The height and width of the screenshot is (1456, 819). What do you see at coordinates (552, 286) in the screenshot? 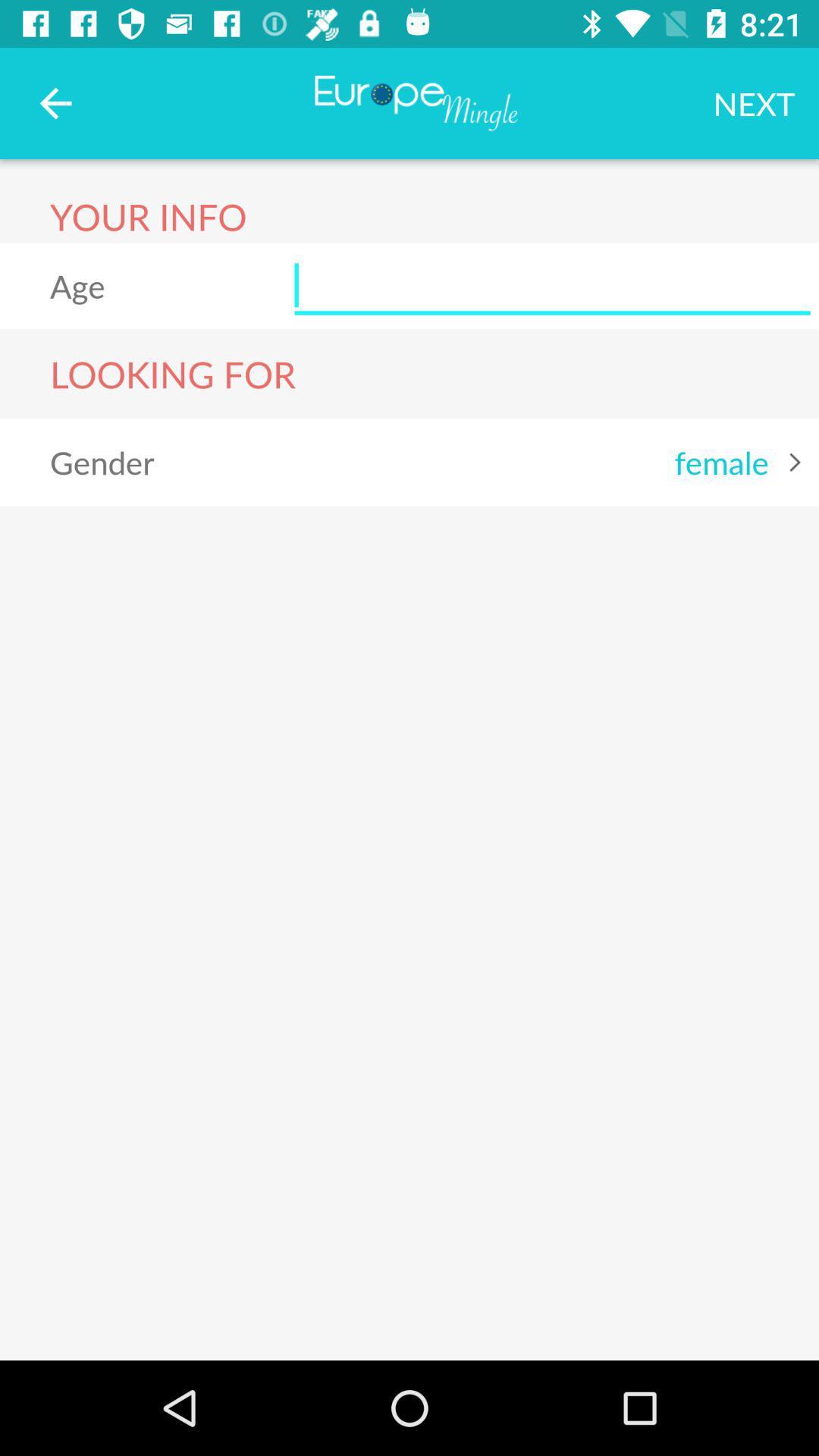
I see `icon below the next` at bounding box center [552, 286].